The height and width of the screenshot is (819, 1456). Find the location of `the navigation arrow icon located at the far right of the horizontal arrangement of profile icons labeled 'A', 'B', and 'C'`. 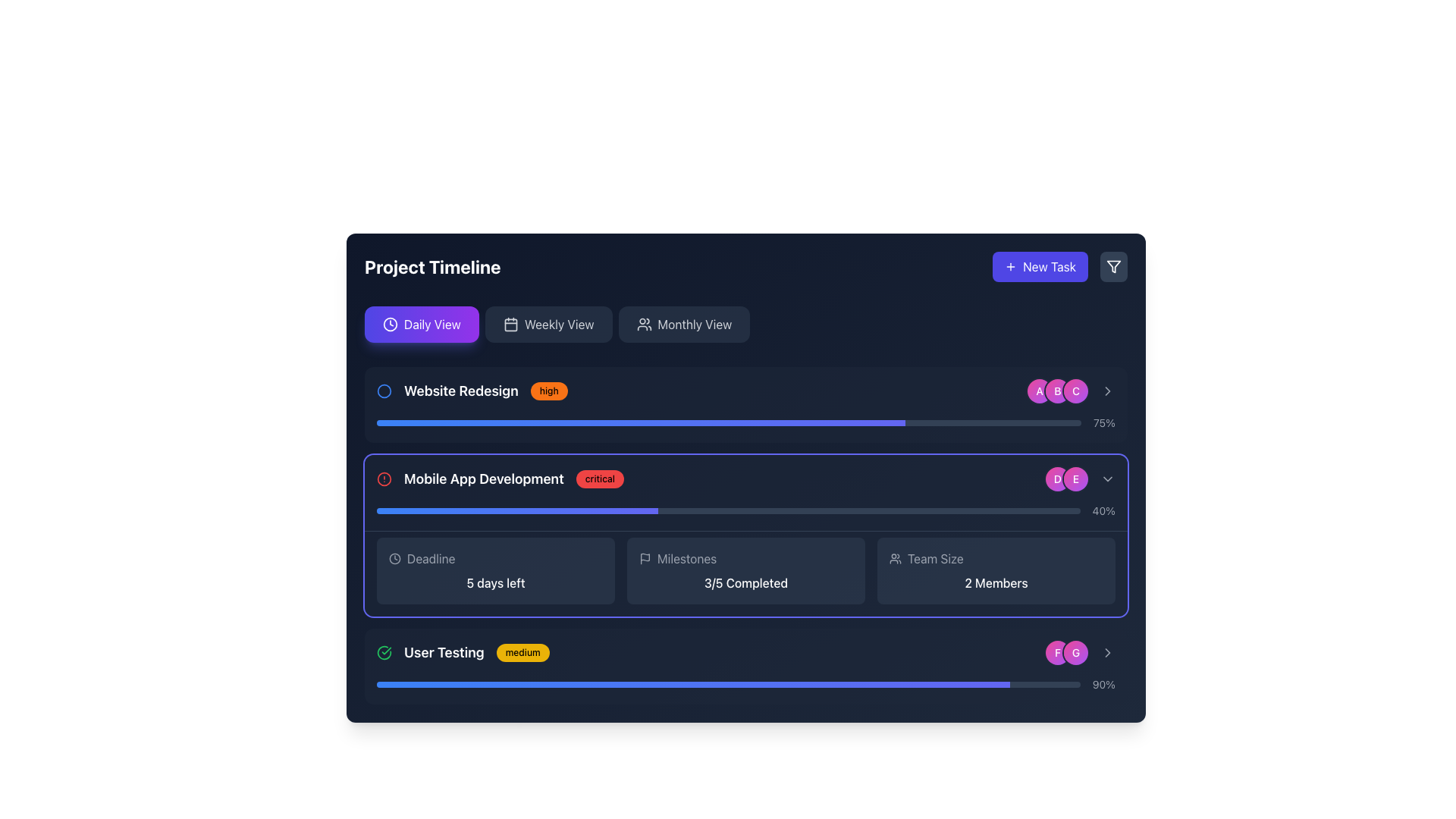

the navigation arrow icon located at the far right of the horizontal arrangement of profile icons labeled 'A', 'B', and 'C' is located at coordinates (1107, 391).